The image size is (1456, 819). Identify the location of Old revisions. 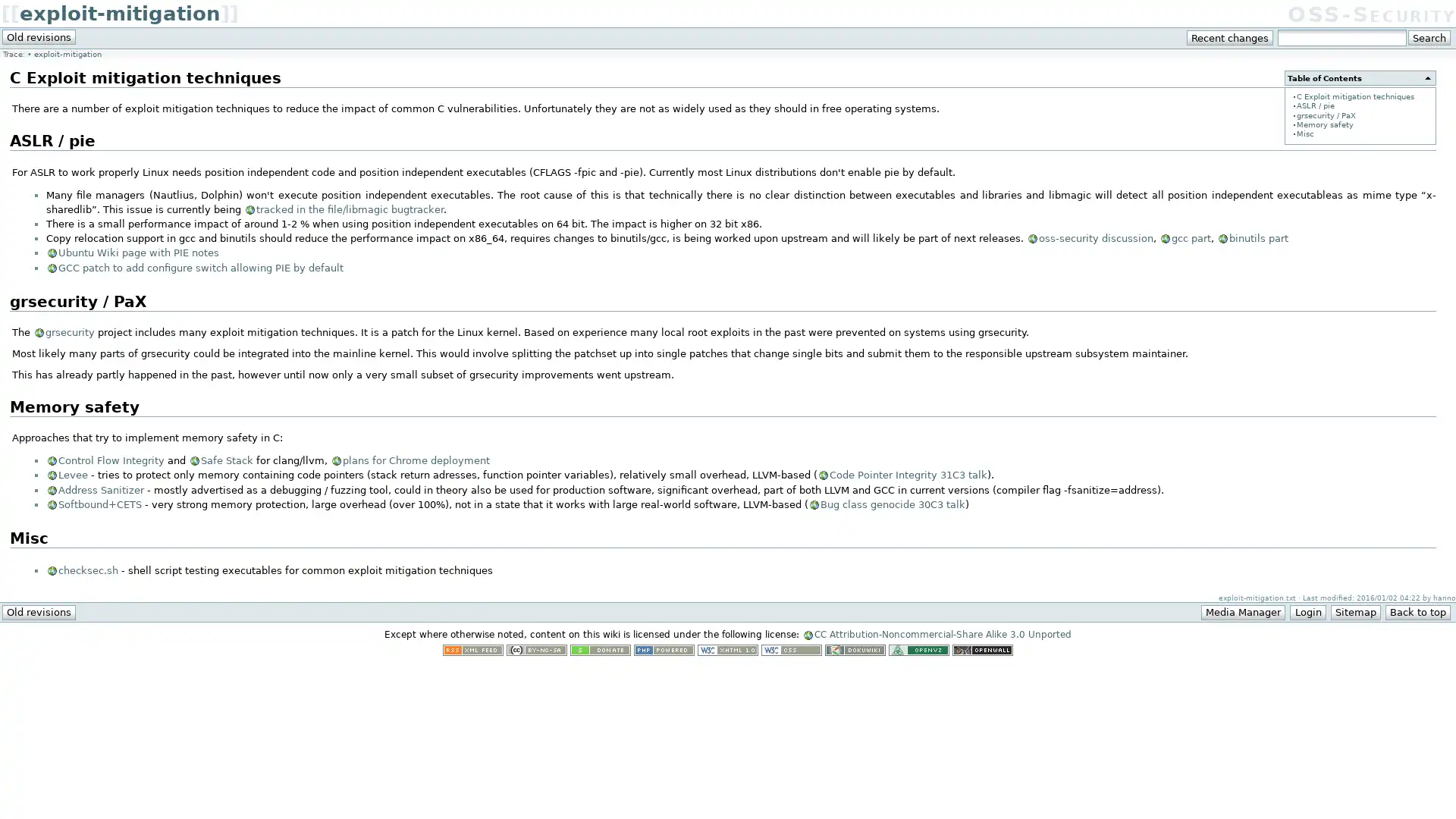
(39, 36).